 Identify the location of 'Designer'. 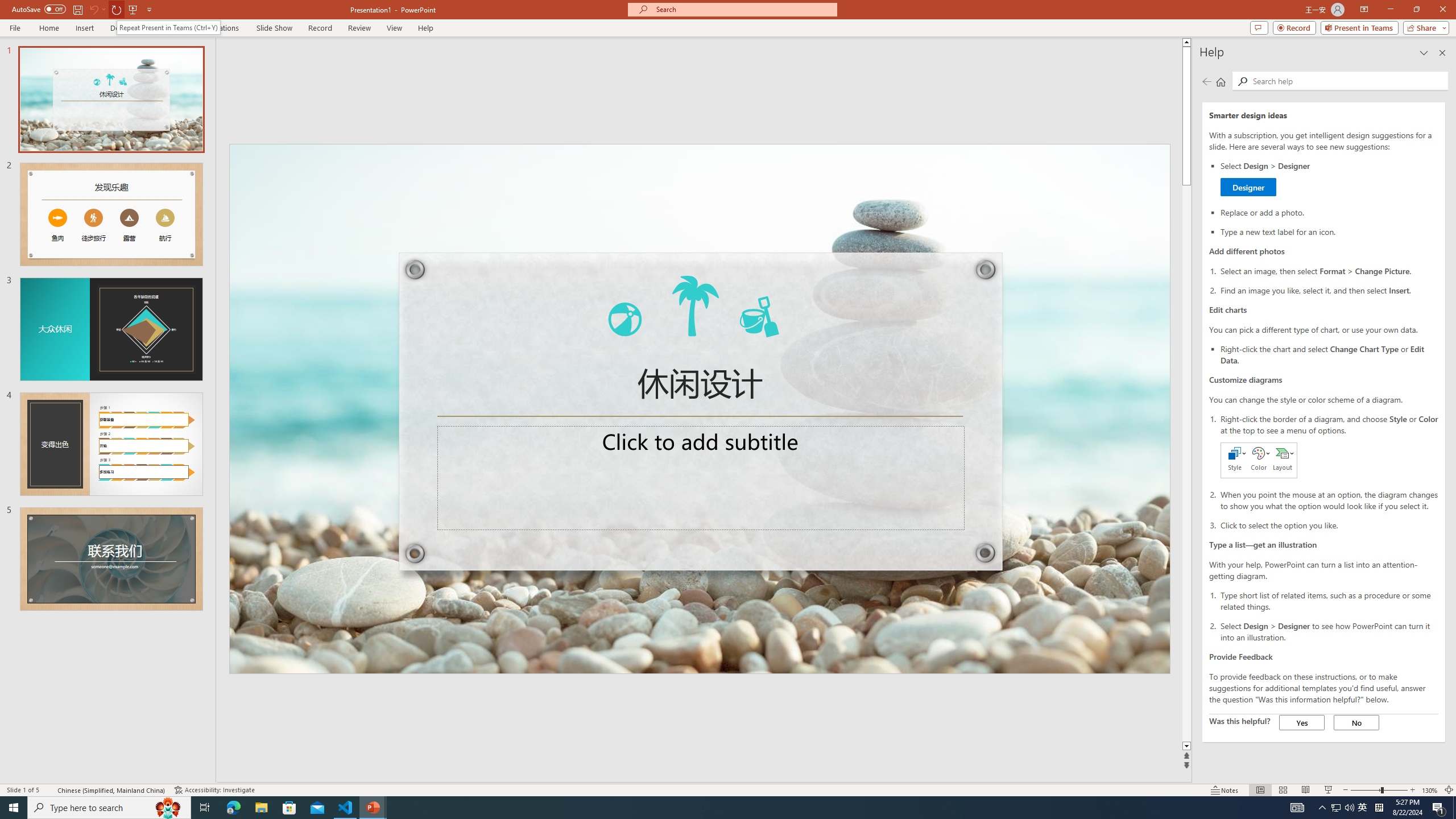
(1248, 187).